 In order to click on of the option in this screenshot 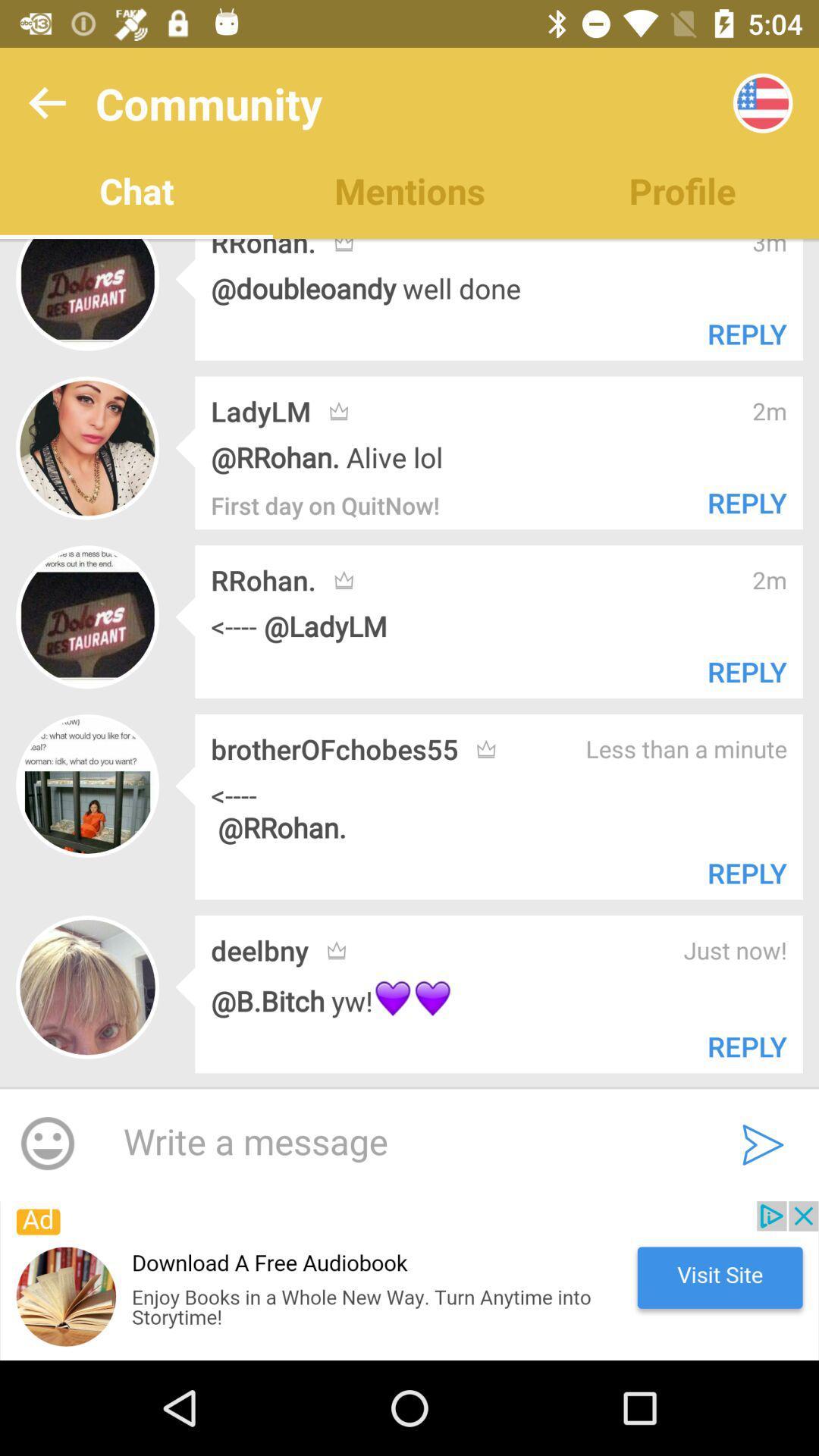, I will do `click(409, 1280)`.